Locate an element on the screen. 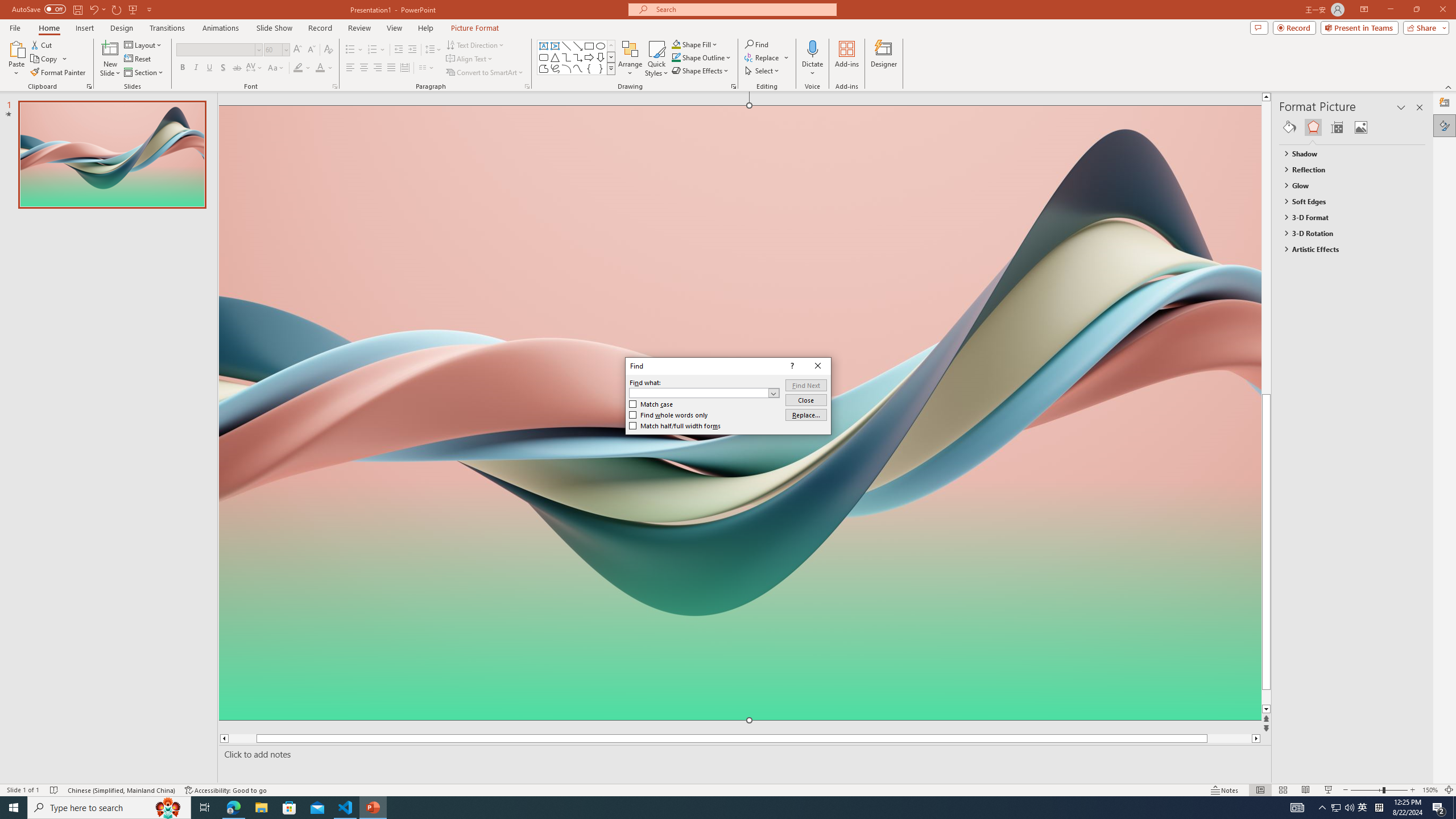 The image size is (1456, 819). 'Decrease Indent' is located at coordinates (399, 49).